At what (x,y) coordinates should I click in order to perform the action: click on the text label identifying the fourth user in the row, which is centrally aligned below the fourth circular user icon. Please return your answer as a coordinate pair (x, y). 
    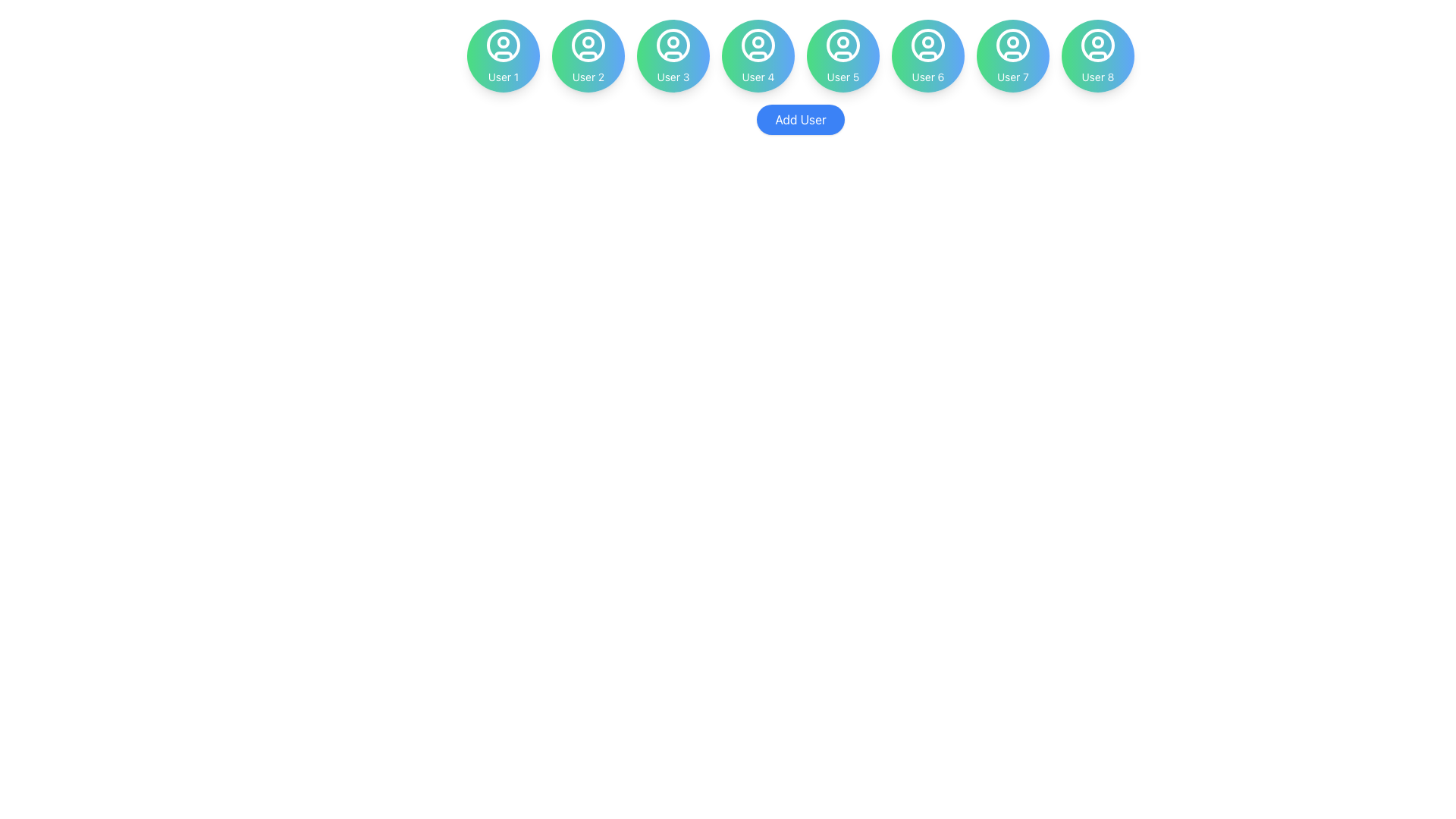
    Looking at the image, I should click on (758, 77).